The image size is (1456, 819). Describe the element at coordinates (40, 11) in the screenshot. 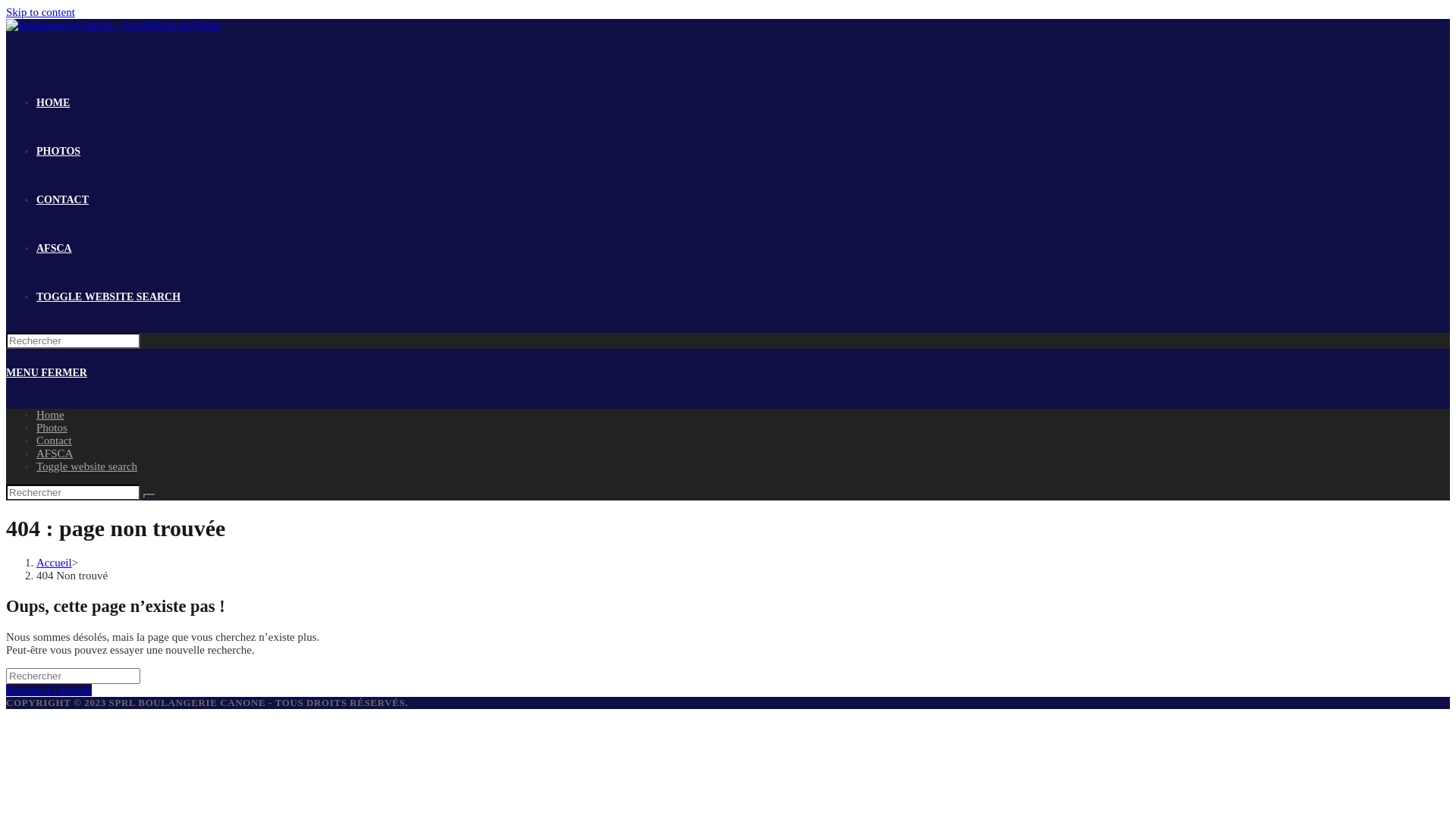

I see `'Skip to content'` at that location.